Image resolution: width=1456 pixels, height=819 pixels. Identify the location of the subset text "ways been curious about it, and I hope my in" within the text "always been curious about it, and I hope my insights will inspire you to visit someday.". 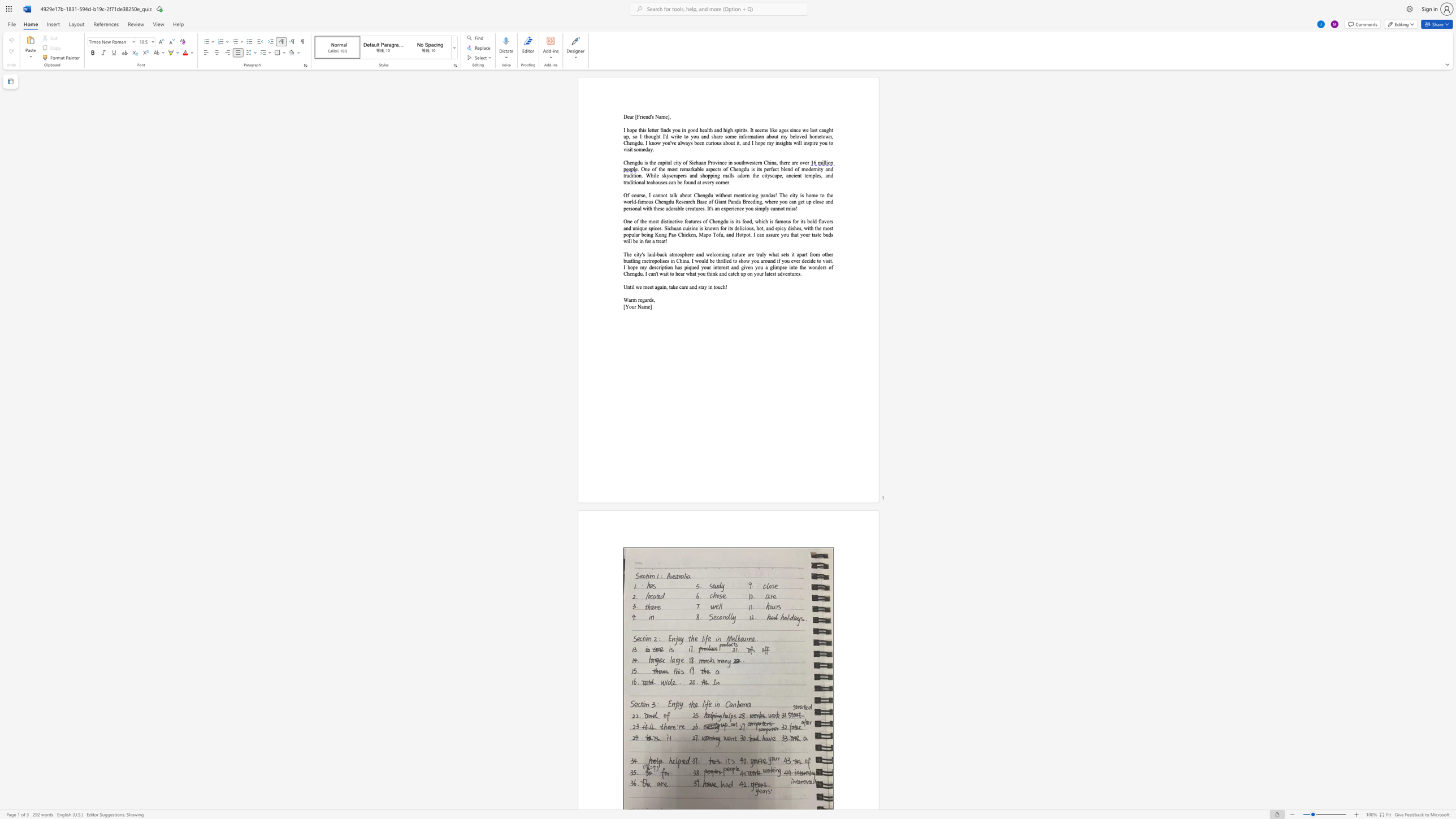
(681, 142).